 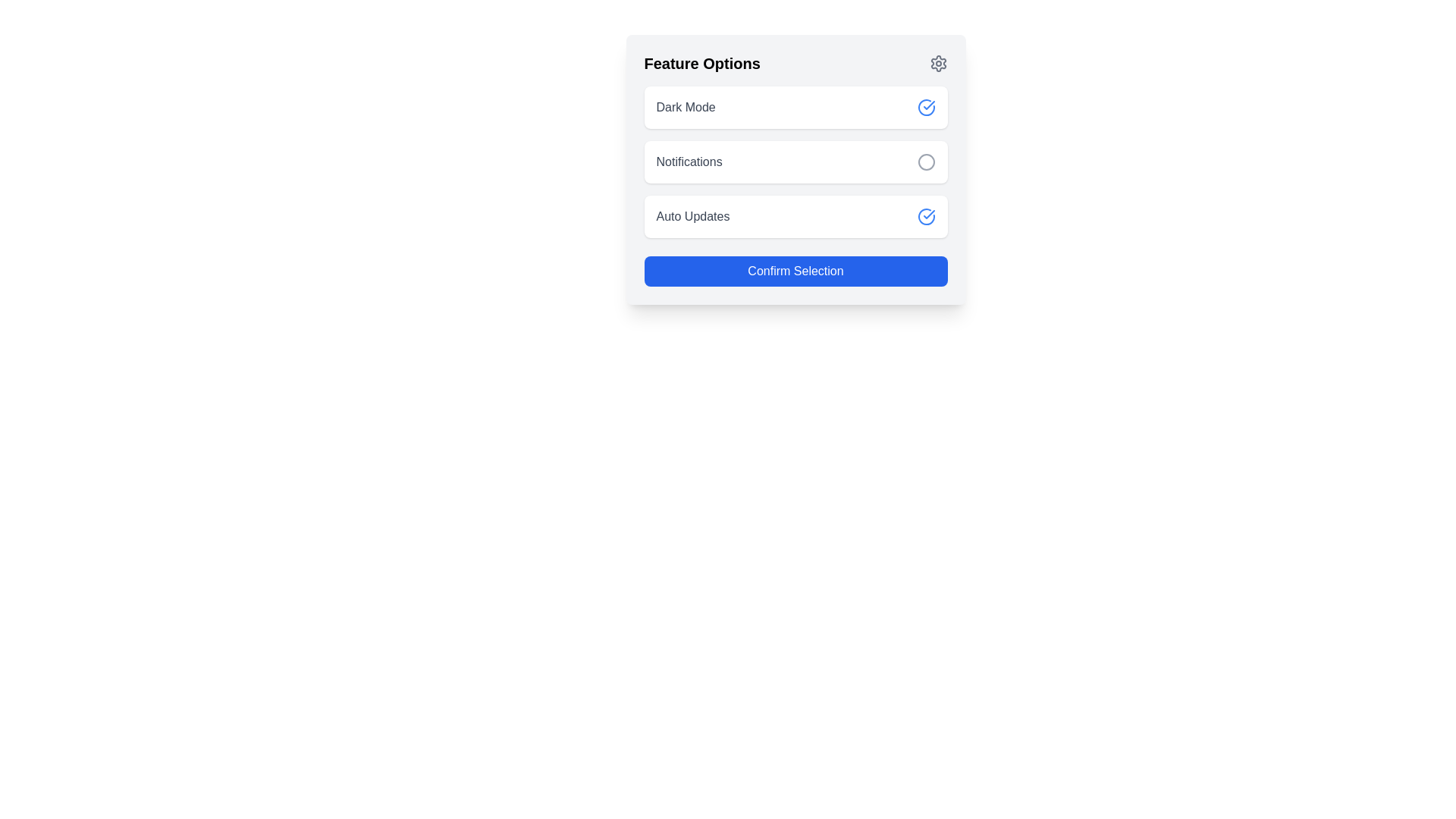 What do you see at coordinates (689, 162) in the screenshot?
I see `the 'Notifications' text label, which is the second item in a vertical list` at bounding box center [689, 162].